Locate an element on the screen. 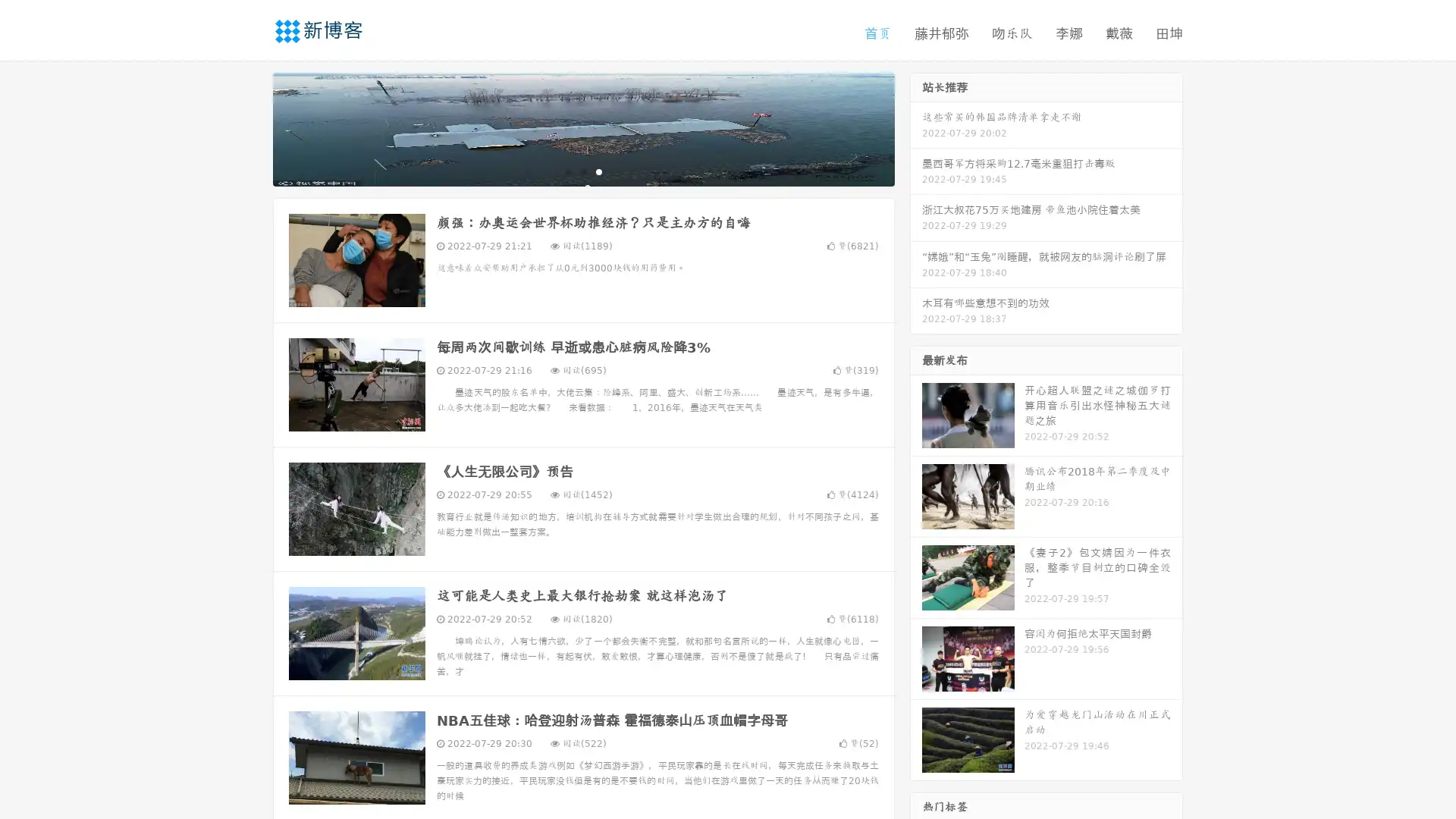  Go to slide 2 is located at coordinates (582, 171).